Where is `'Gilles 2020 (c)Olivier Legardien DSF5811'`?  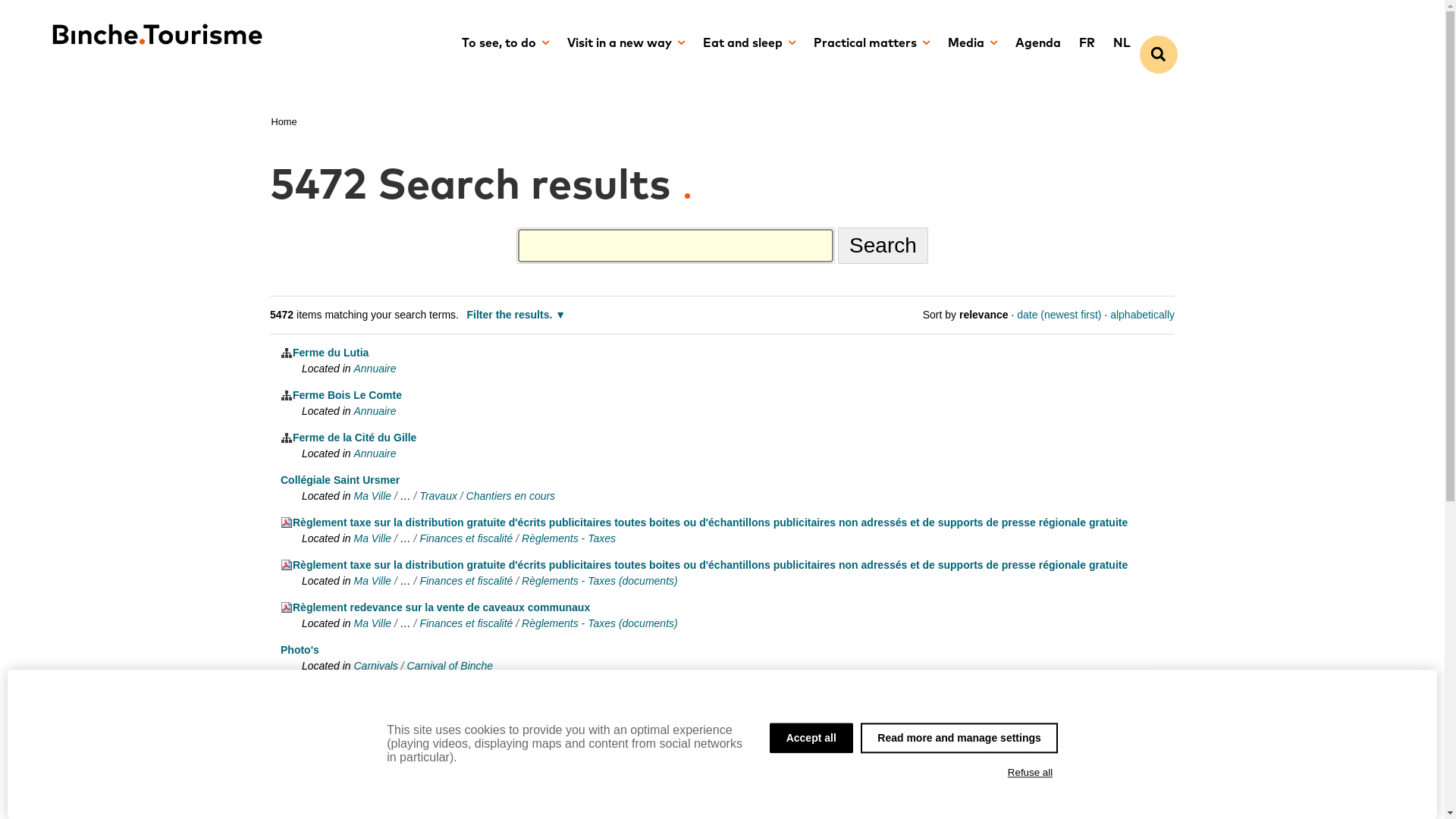
'Gilles 2020 (c)Olivier Legardien DSF5811' is located at coordinates (389, 733).